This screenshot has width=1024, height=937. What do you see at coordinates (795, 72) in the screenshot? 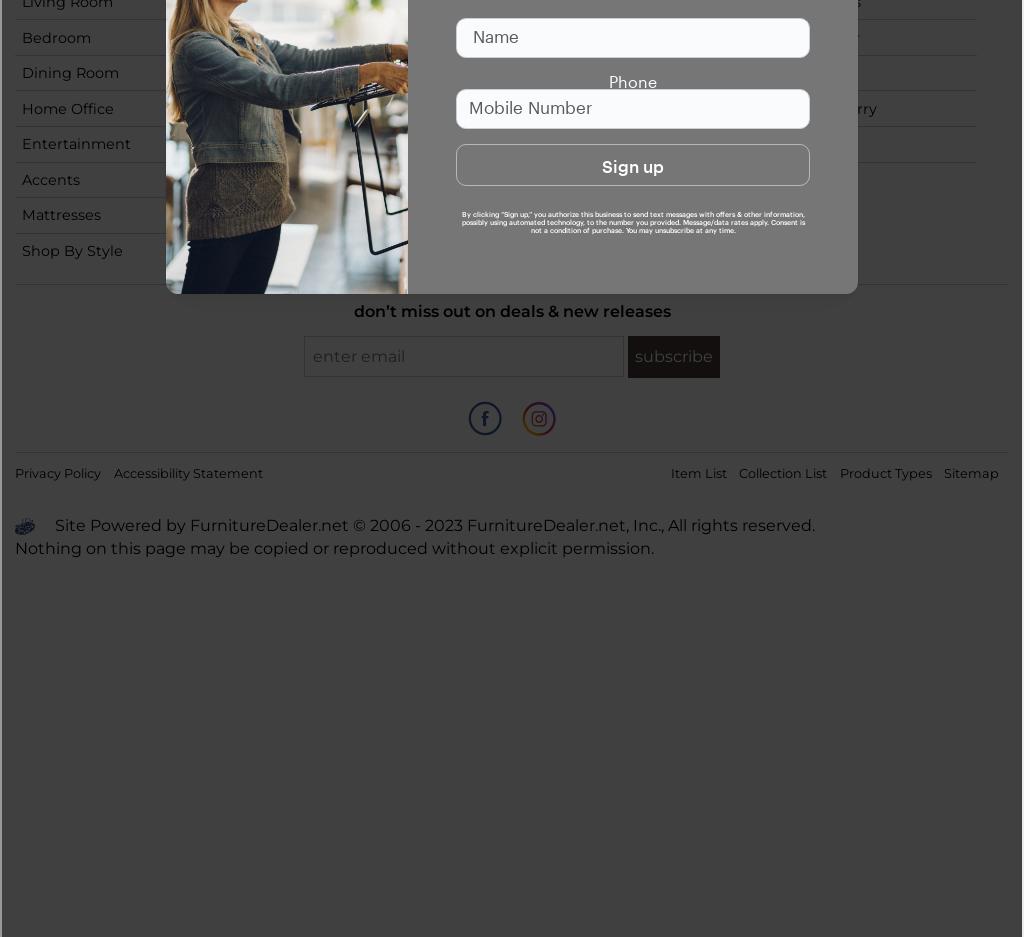
I see `'Current Ad'` at bounding box center [795, 72].